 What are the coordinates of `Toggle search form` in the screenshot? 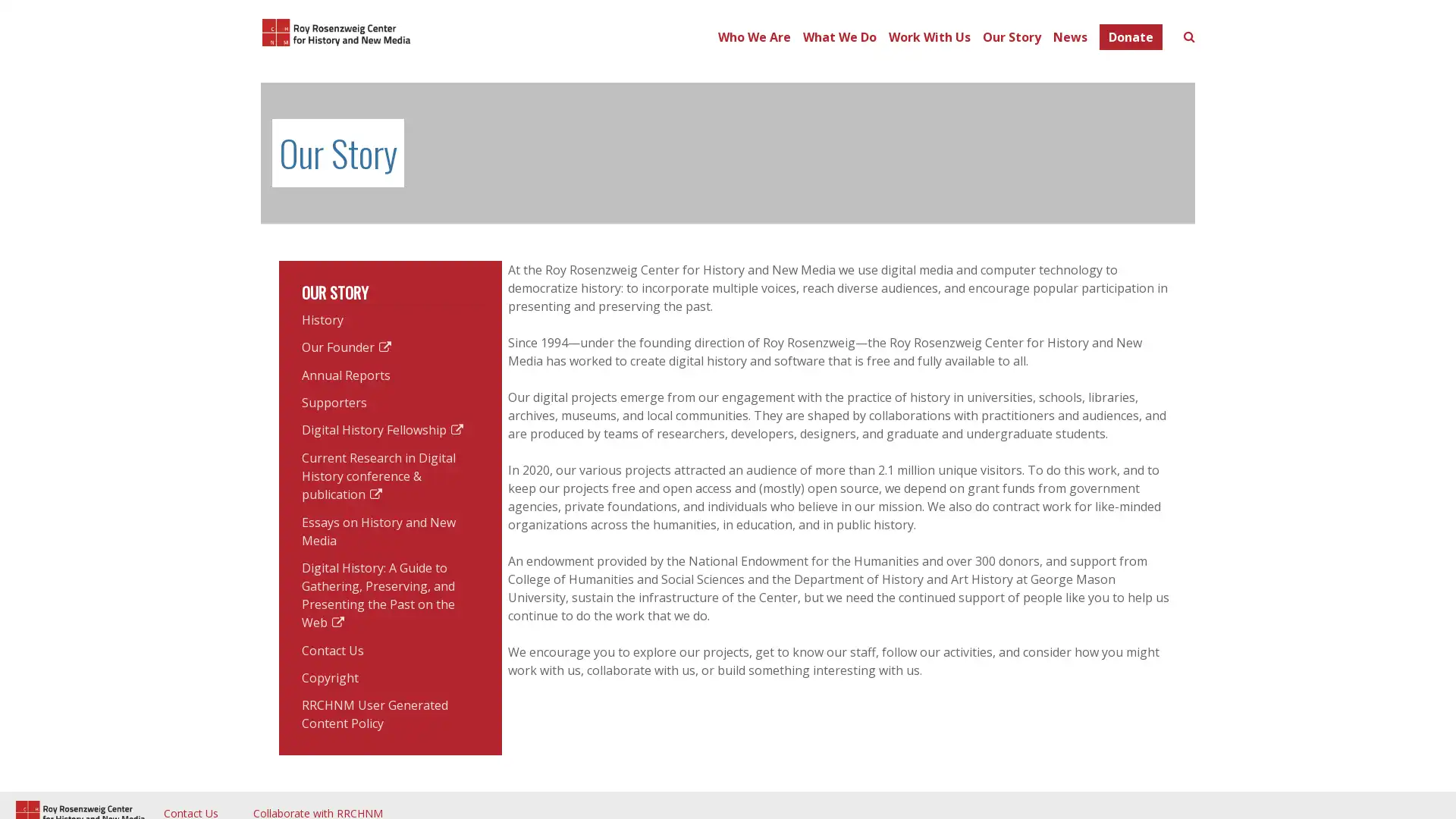 It's located at (1188, 36).